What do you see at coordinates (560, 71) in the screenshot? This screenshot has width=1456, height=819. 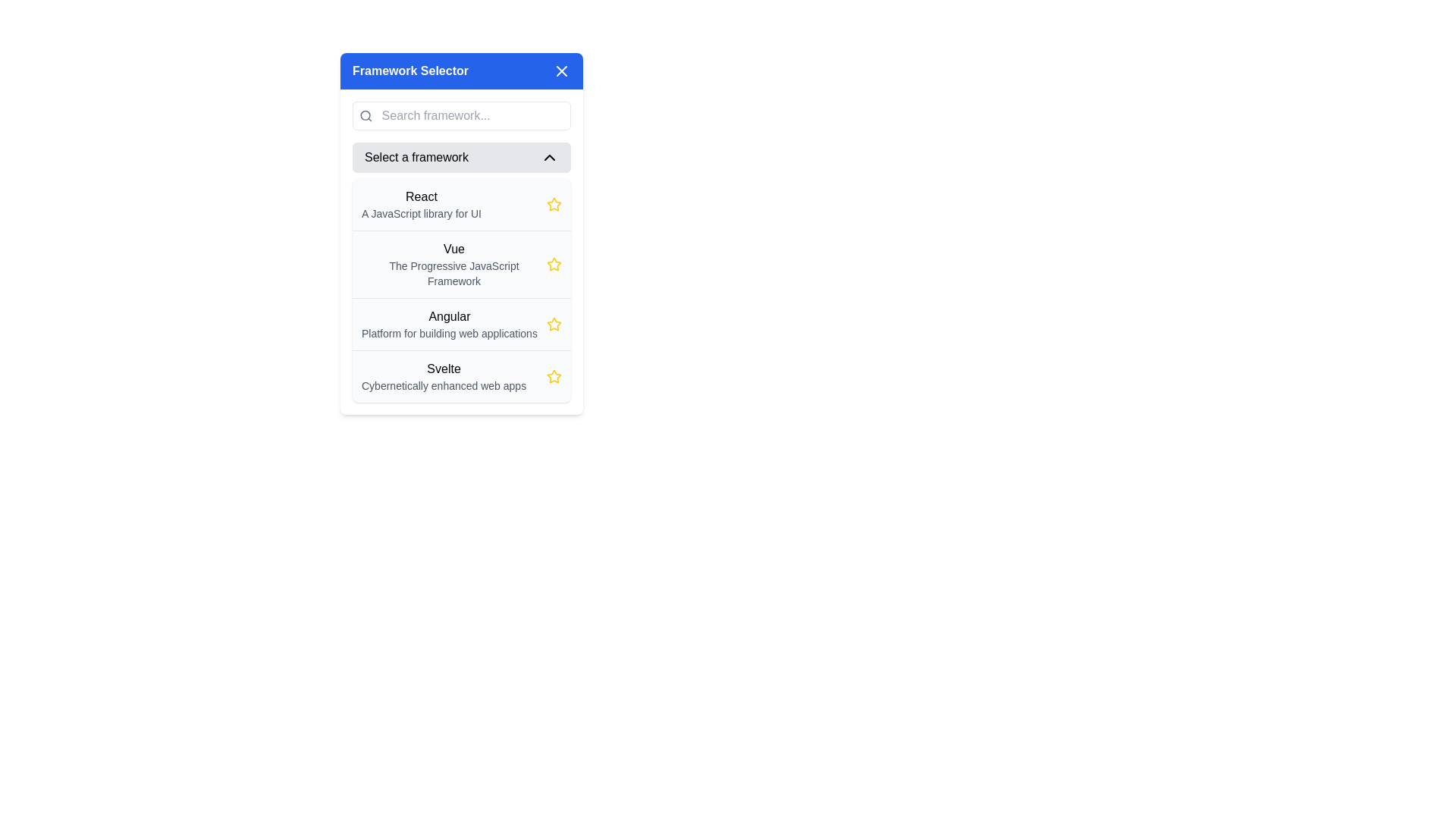 I see `the 'X' shaped icon button located in the top-right corner of the blue header bar labeled 'Framework Selector'` at bounding box center [560, 71].